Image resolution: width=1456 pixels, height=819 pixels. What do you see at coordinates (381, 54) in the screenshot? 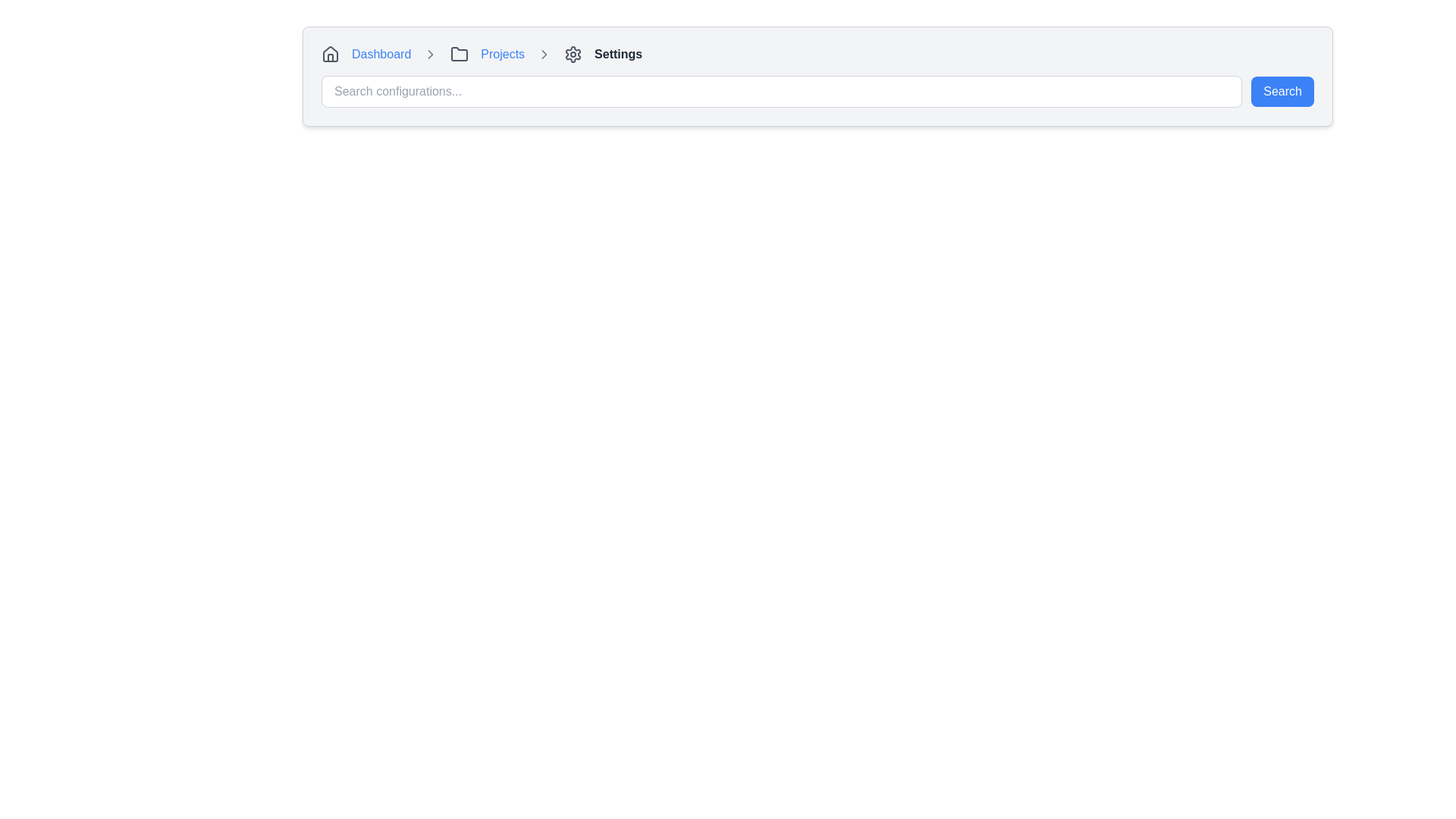
I see `the 'Dashboard' hyperlink in the breadcrumb trail navigation bar` at bounding box center [381, 54].